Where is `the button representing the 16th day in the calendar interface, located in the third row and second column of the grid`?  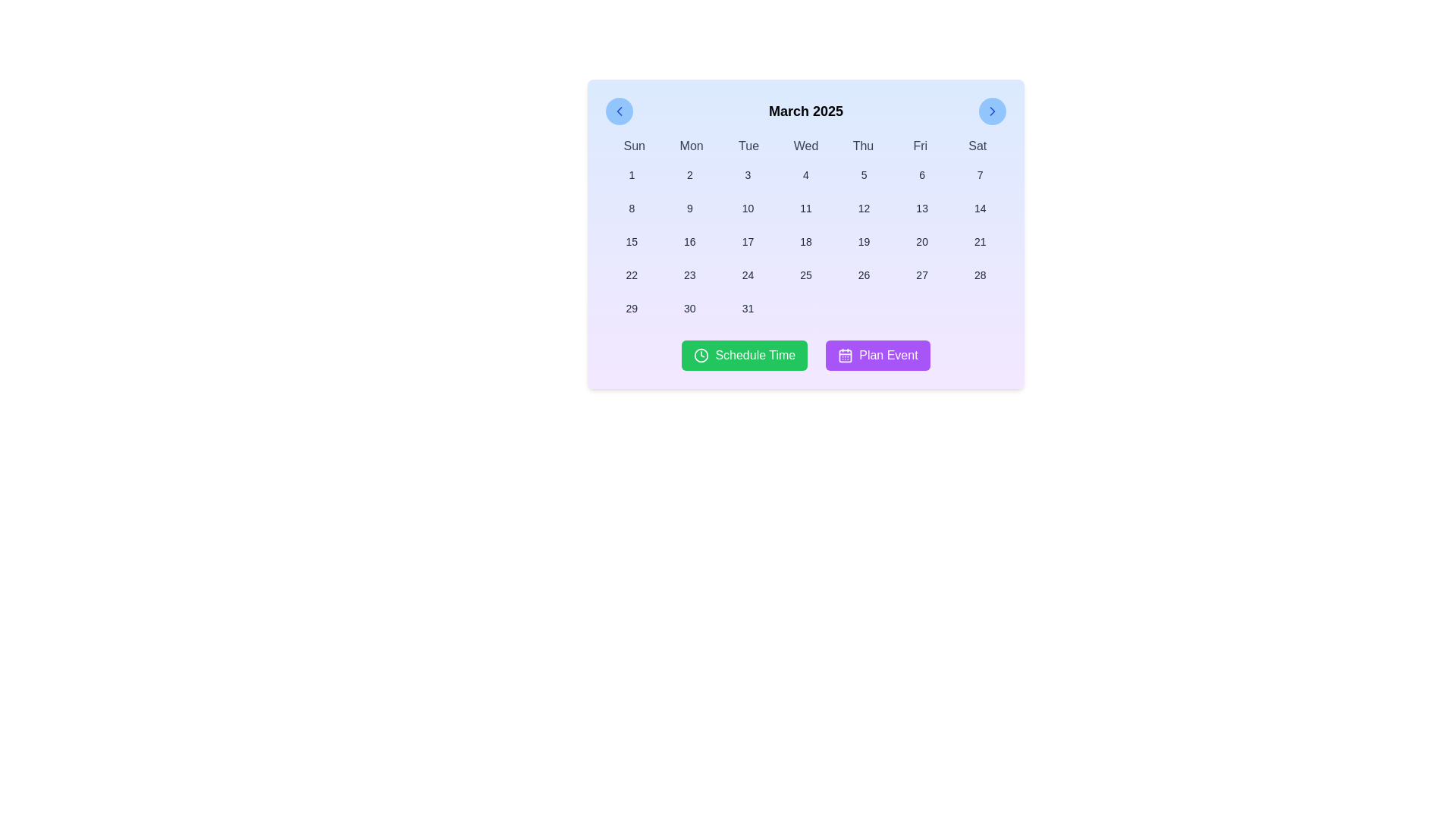 the button representing the 16th day in the calendar interface, located in the third row and second column of the grid is located at coordinates (689, 241).